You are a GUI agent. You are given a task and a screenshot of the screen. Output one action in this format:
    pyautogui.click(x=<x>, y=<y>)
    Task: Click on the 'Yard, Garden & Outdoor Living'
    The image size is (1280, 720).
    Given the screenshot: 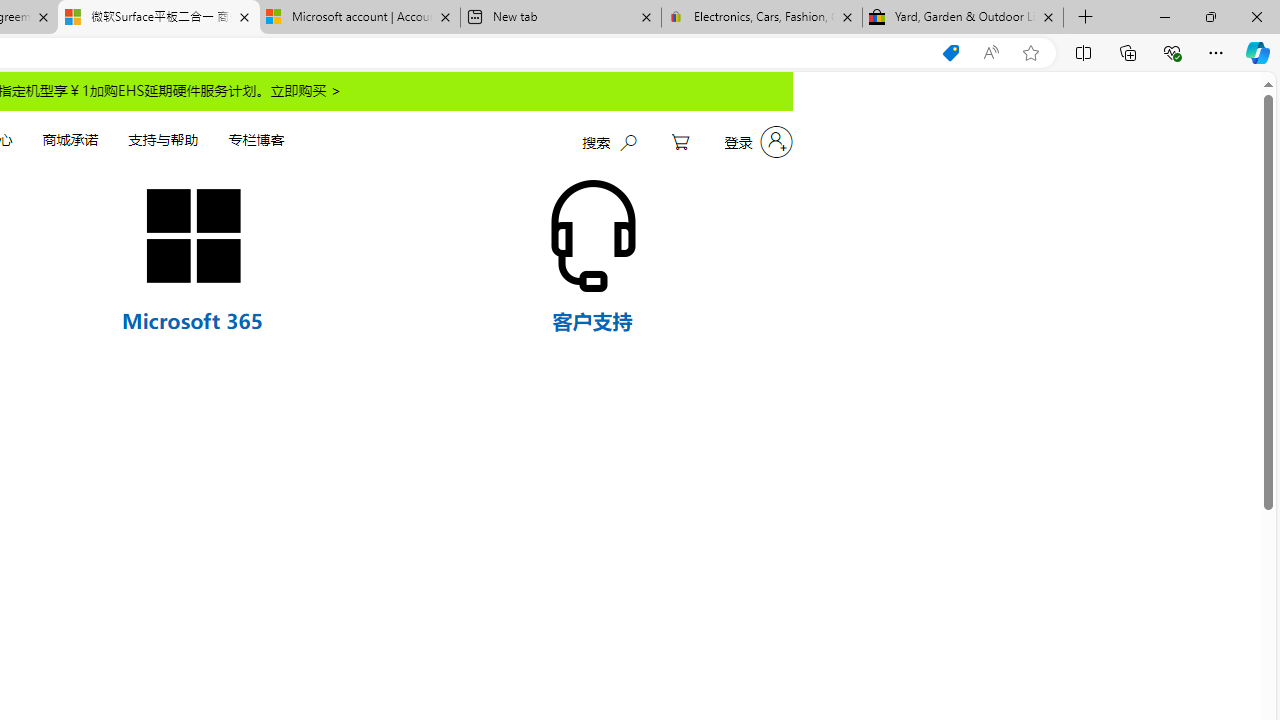 What is the action you would take?
    pyautogui.click(x=963, y=17)
    